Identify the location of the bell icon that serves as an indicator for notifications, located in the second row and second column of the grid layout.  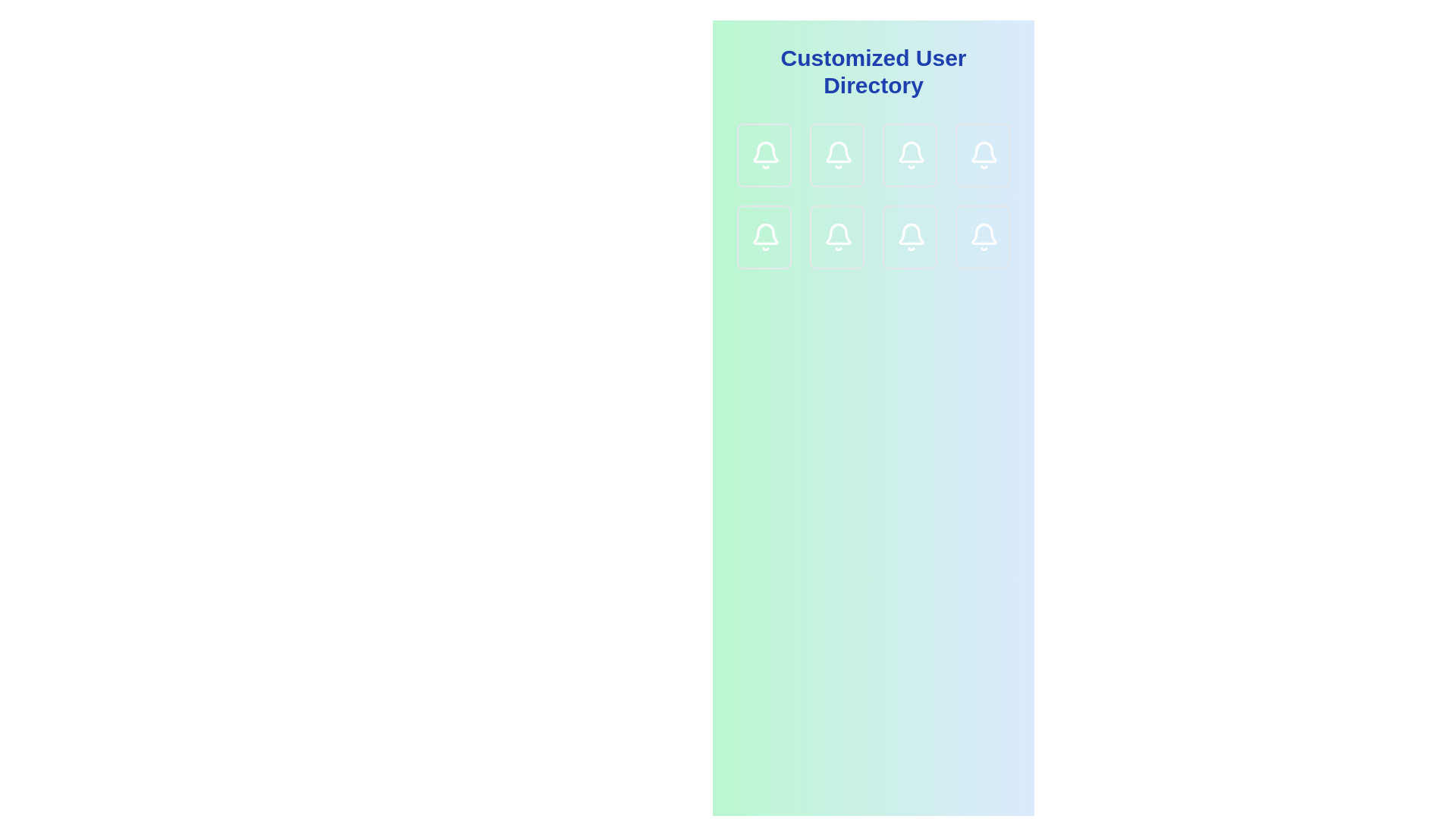
(837, 237).